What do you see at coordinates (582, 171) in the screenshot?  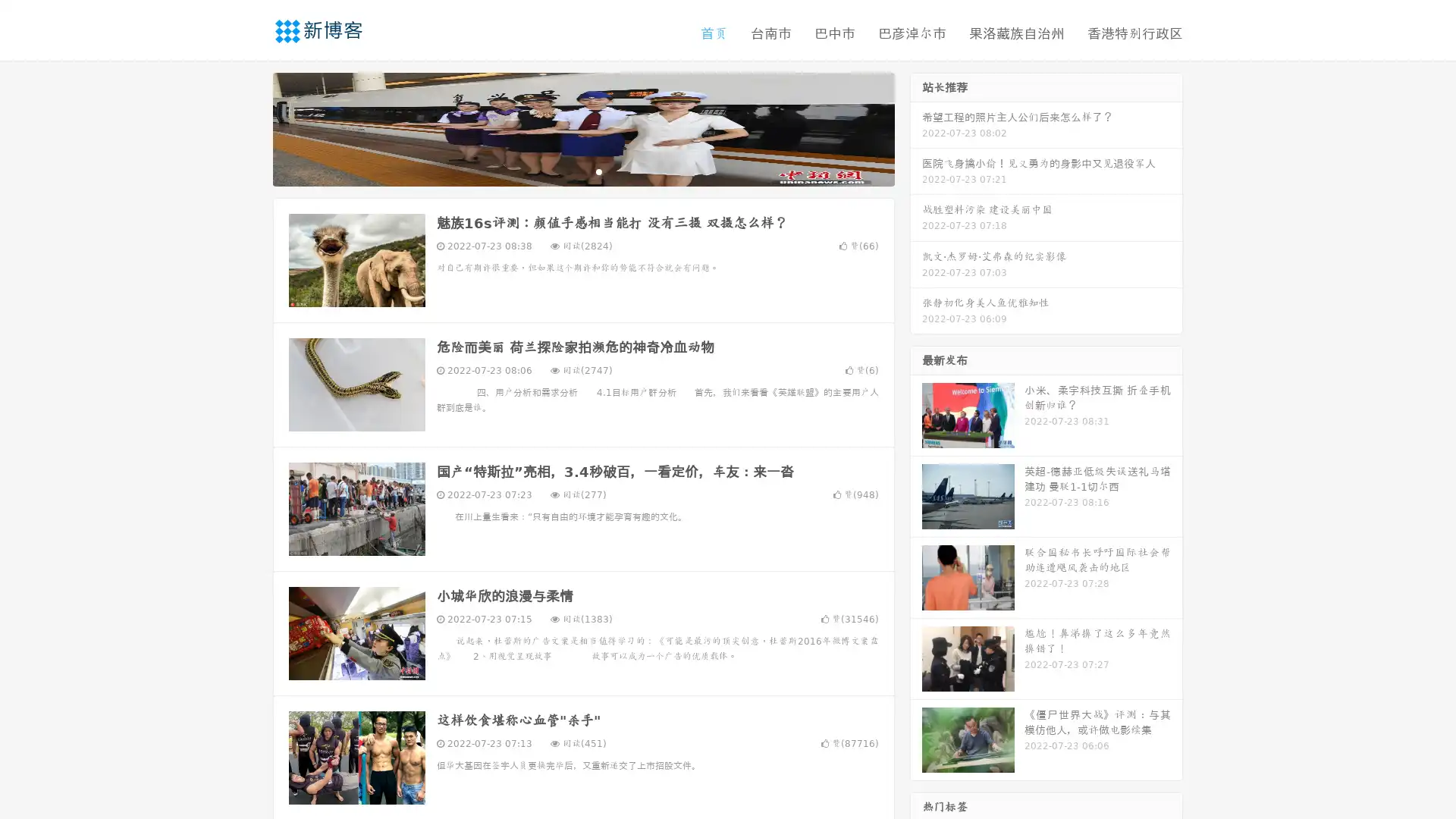 I see `Go to slide 2` at bounding box center [582, 171].